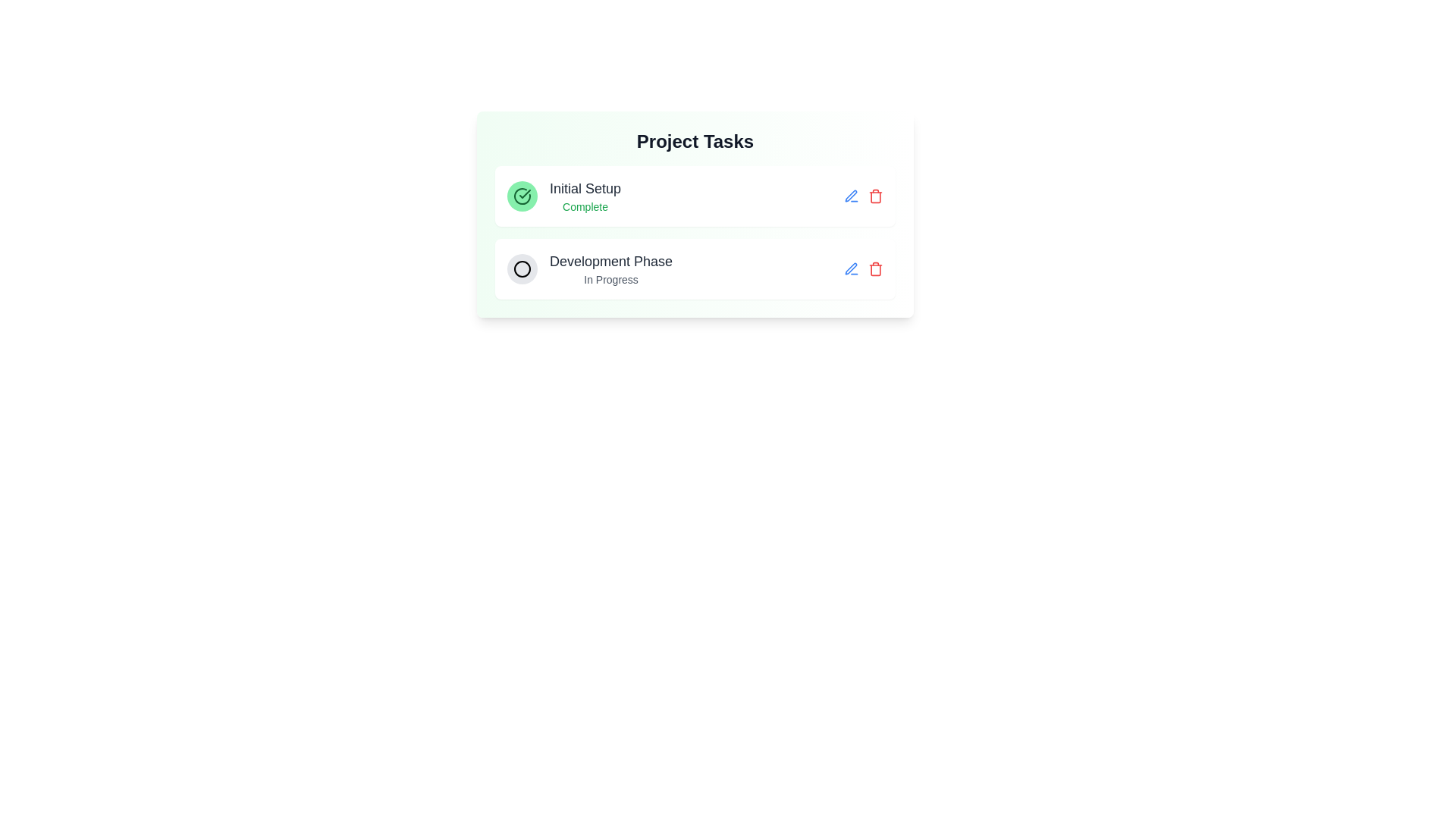  I want to click on the small green text label saying 'Complete' located directly below the 'Initial Setup' heading in the 'Project Tasks' section, so click(585, 207).